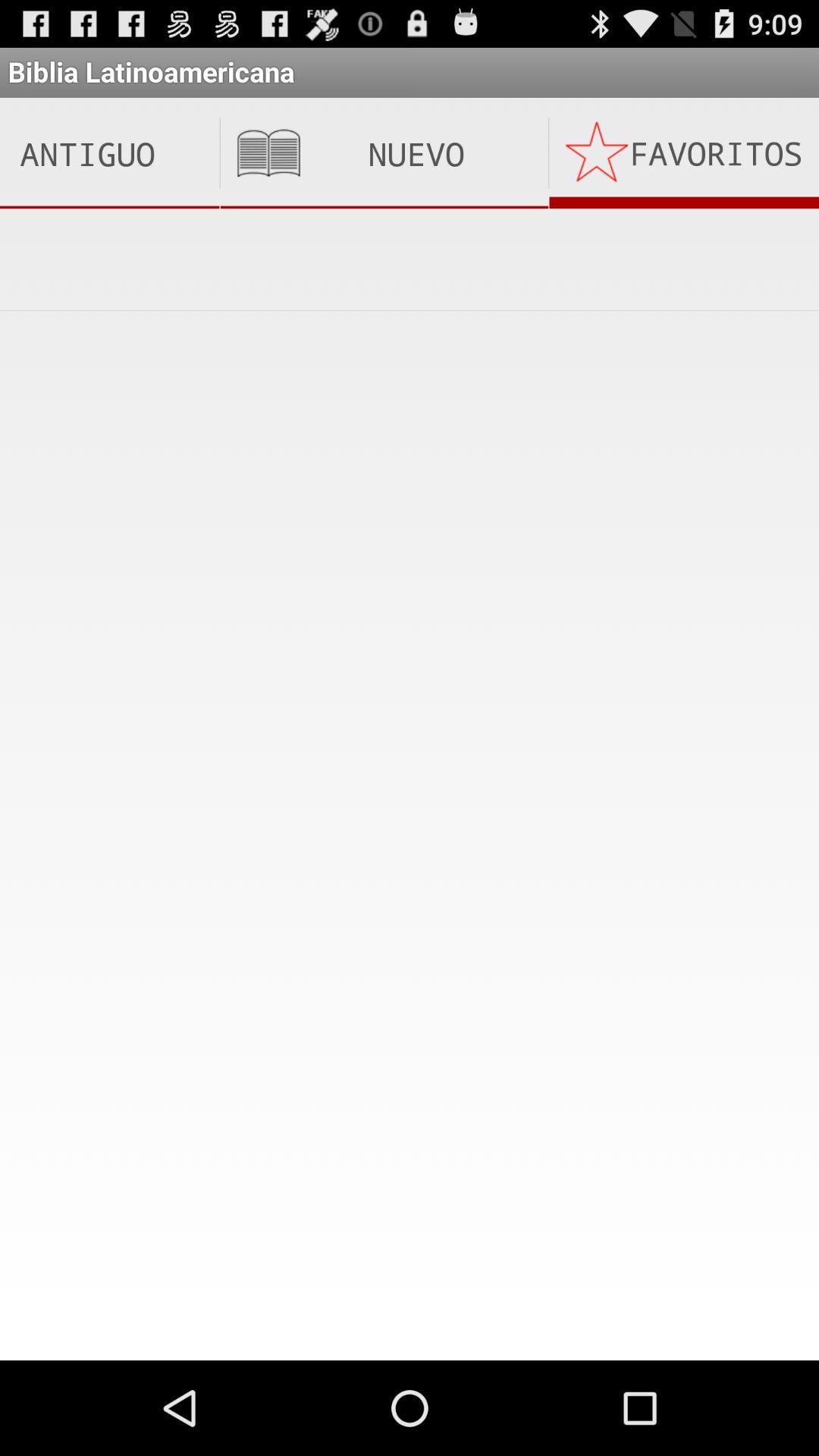  I want to click on the icon to the right of the nuevo testamento, so click(684, 153).